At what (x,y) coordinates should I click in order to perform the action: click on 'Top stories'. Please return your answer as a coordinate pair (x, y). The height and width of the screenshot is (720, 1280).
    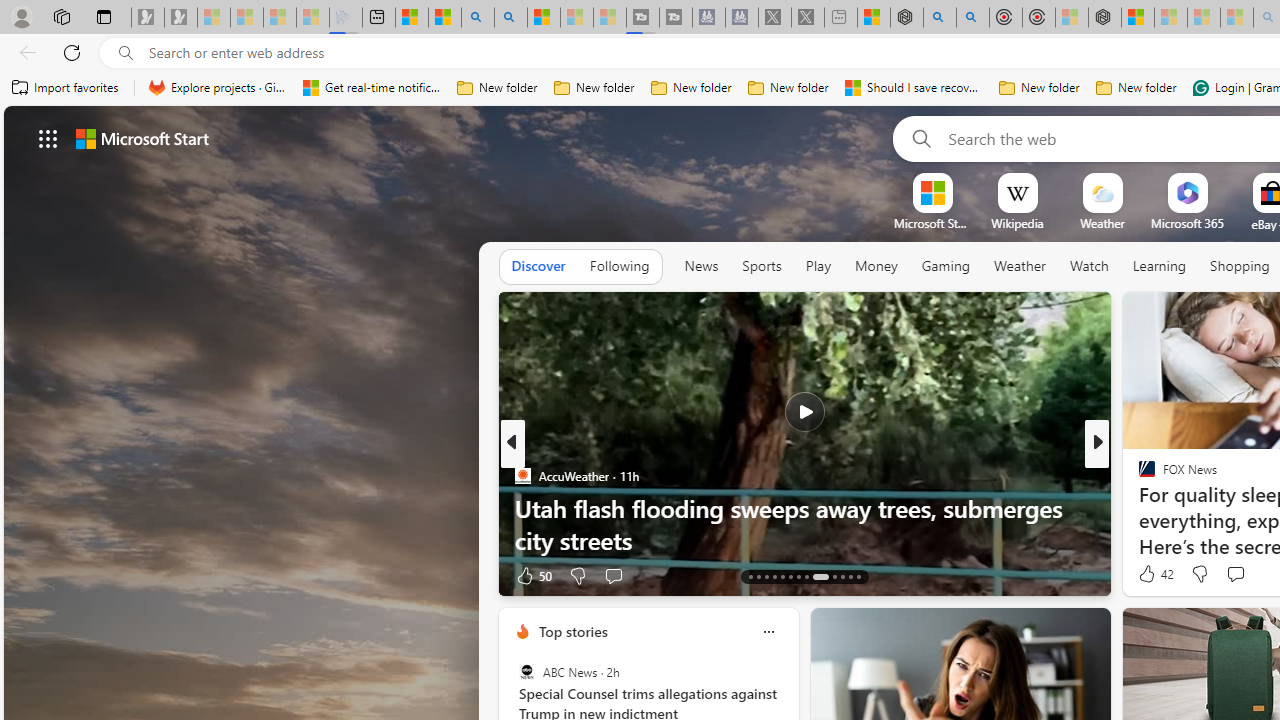
    Looking at the image, I should click on (571, 631).